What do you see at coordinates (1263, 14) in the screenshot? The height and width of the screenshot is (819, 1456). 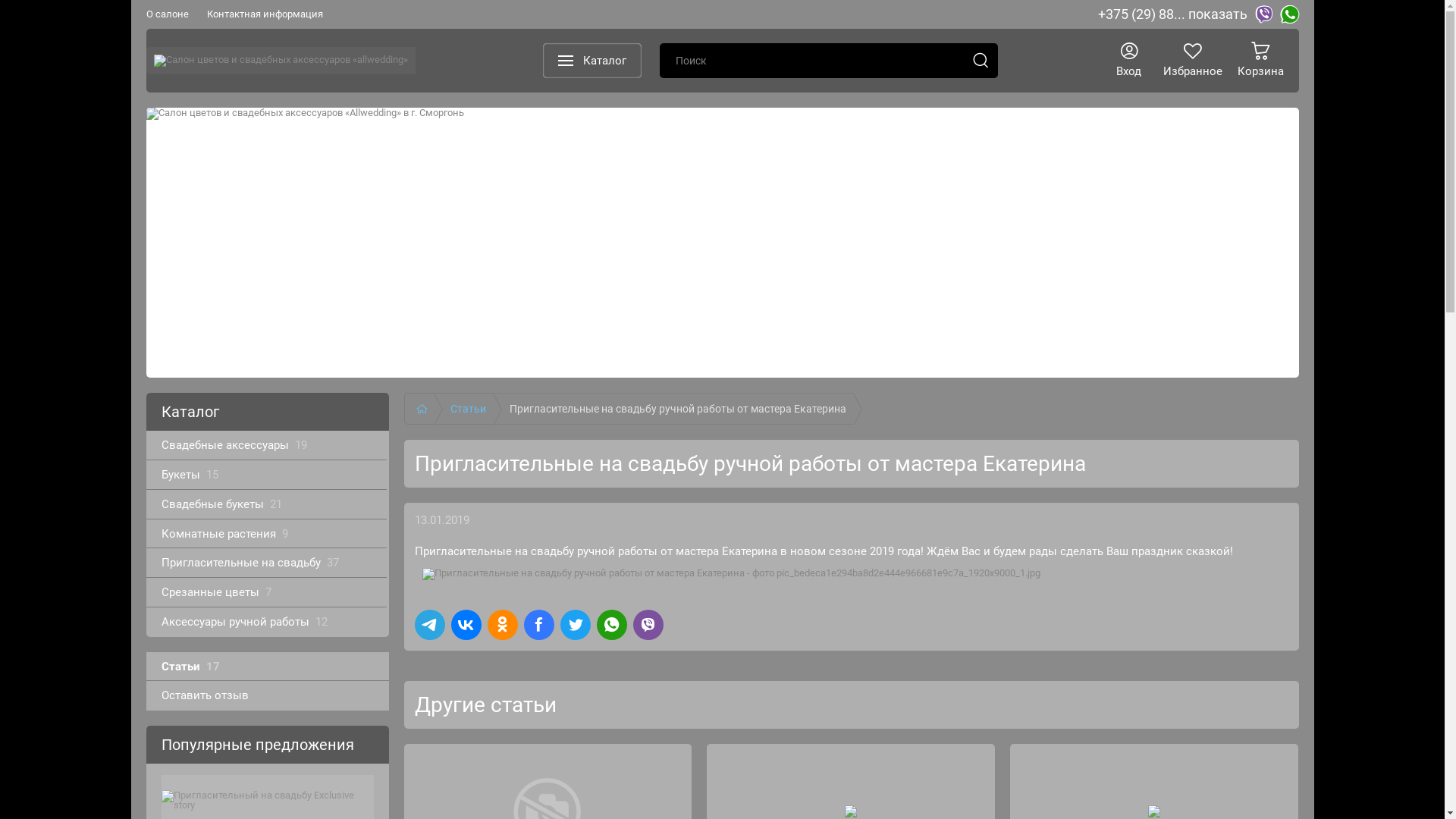 I see `'Viber'` at bounding box center [1263, 14].